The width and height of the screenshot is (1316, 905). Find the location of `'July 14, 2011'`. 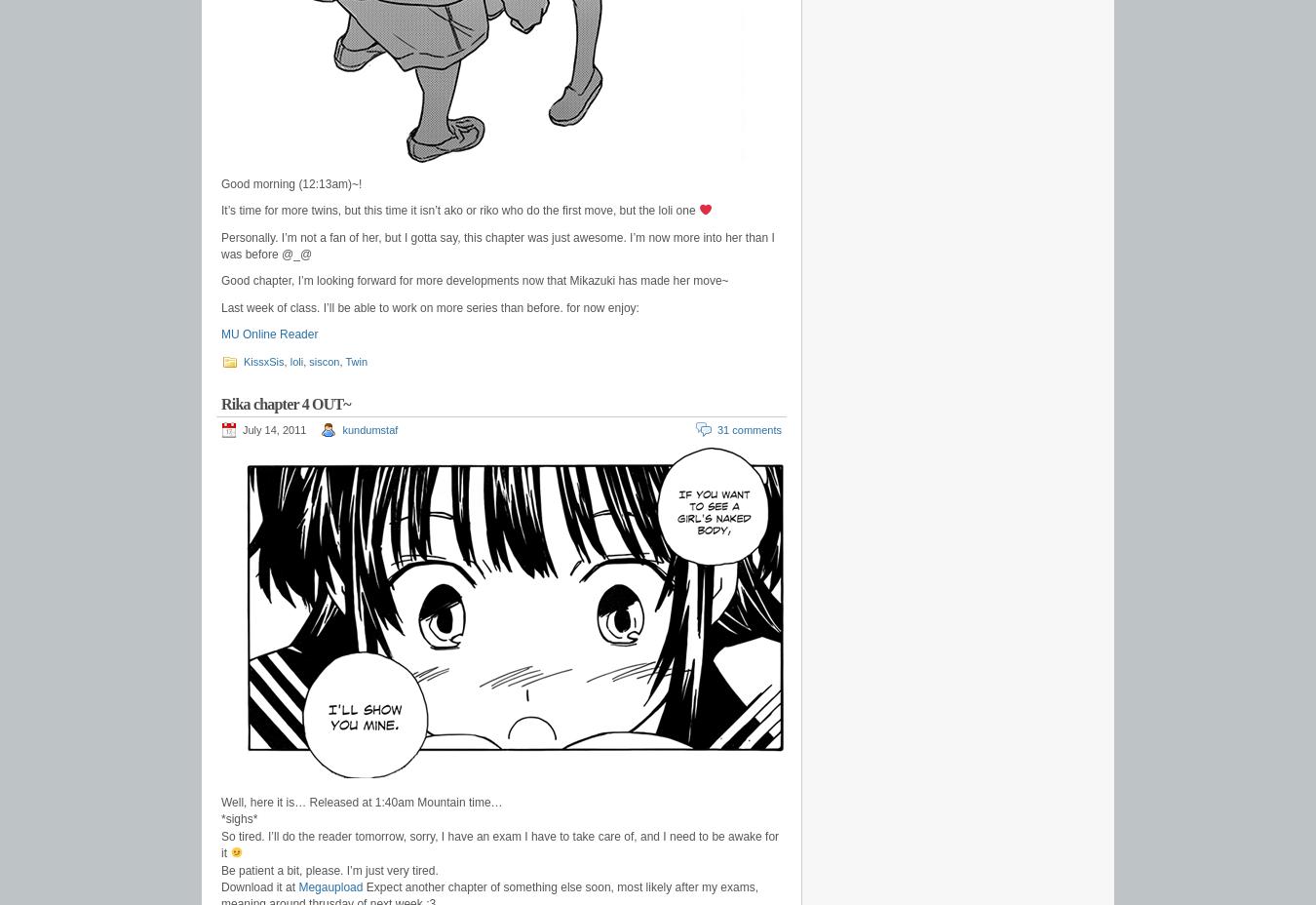

'July 14, 2011' is located at coordinates (273, 428).